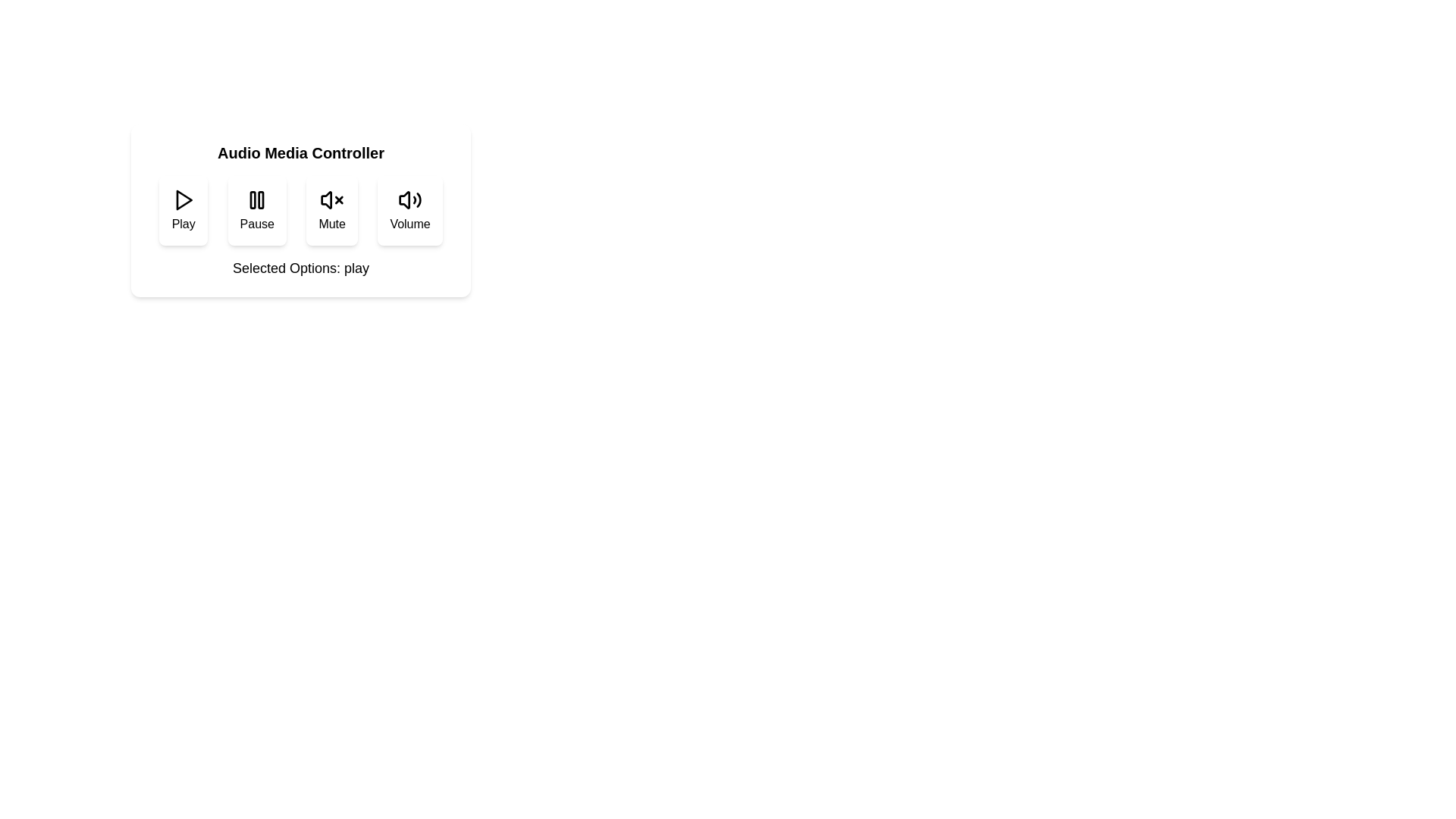 Image resolution: width=1456 pixels, height=819 pixels. What do you see at coordinates (257, 210) in the screenshot?
I see `the Pause button to toggle its state` at bounding box center [257, 210].